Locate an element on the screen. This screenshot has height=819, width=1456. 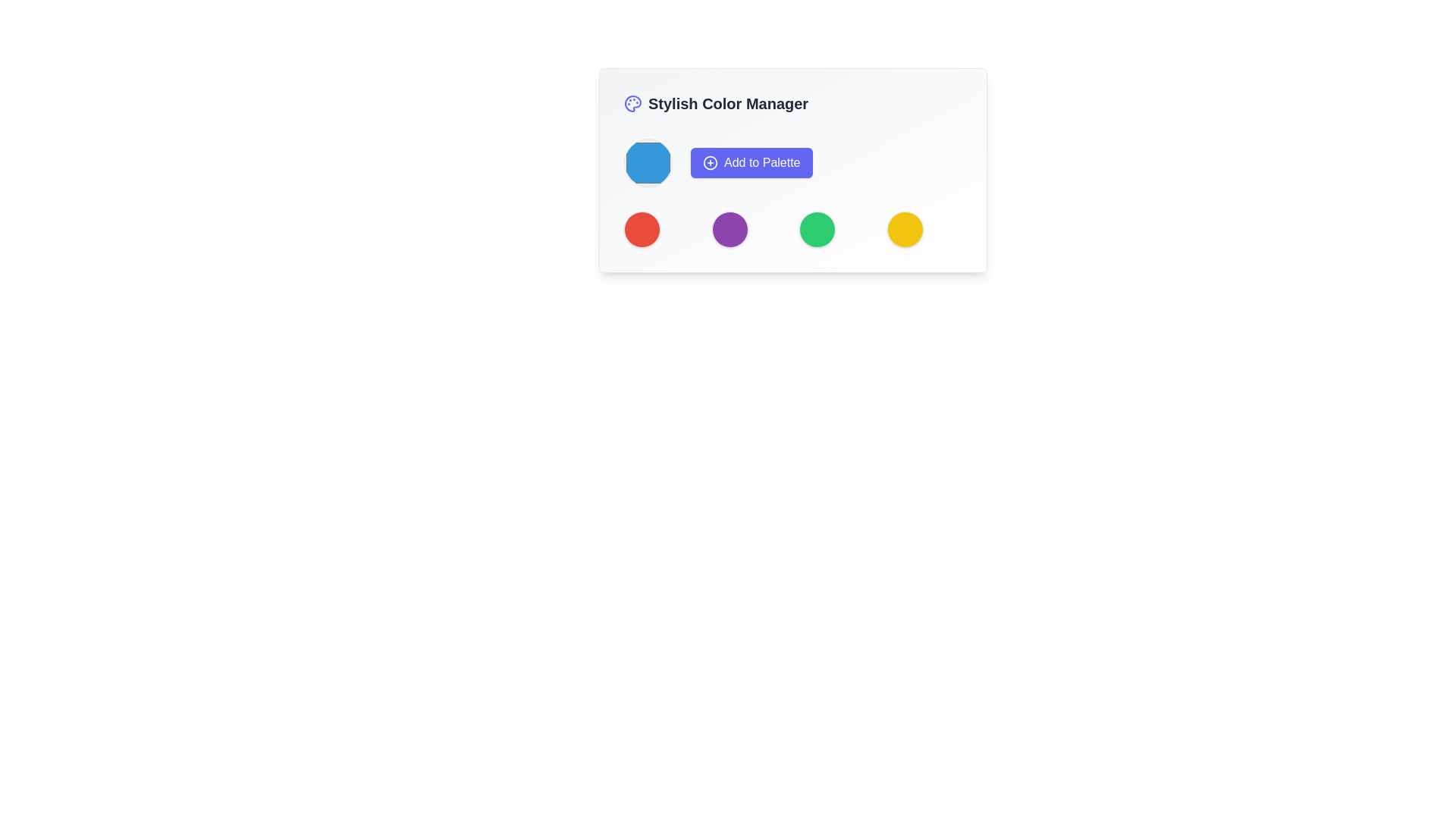
the red circular button located at the top right corner of the application interface is located at coordinates (642, 230).